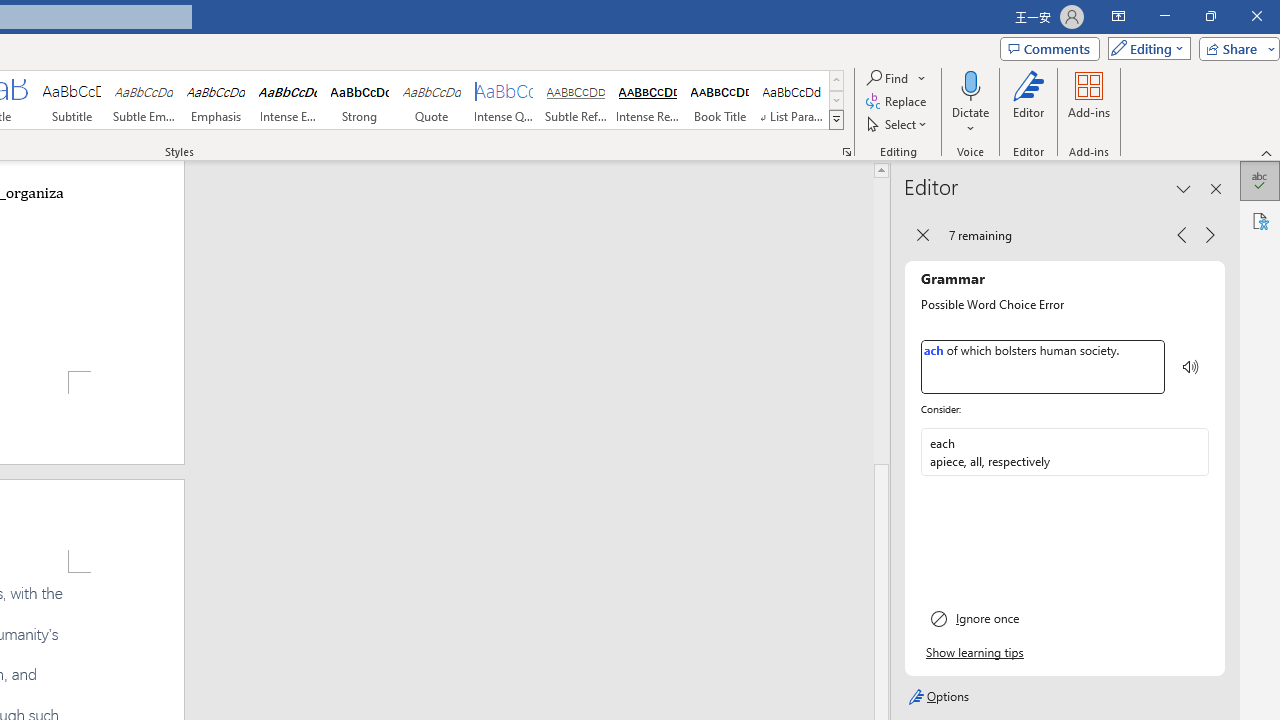 This screenshot has width=1280, height=720. What do you see at coordinates (431, 100) in the screenshot?
I see `'Quote'` at bounding box center [431, 100].